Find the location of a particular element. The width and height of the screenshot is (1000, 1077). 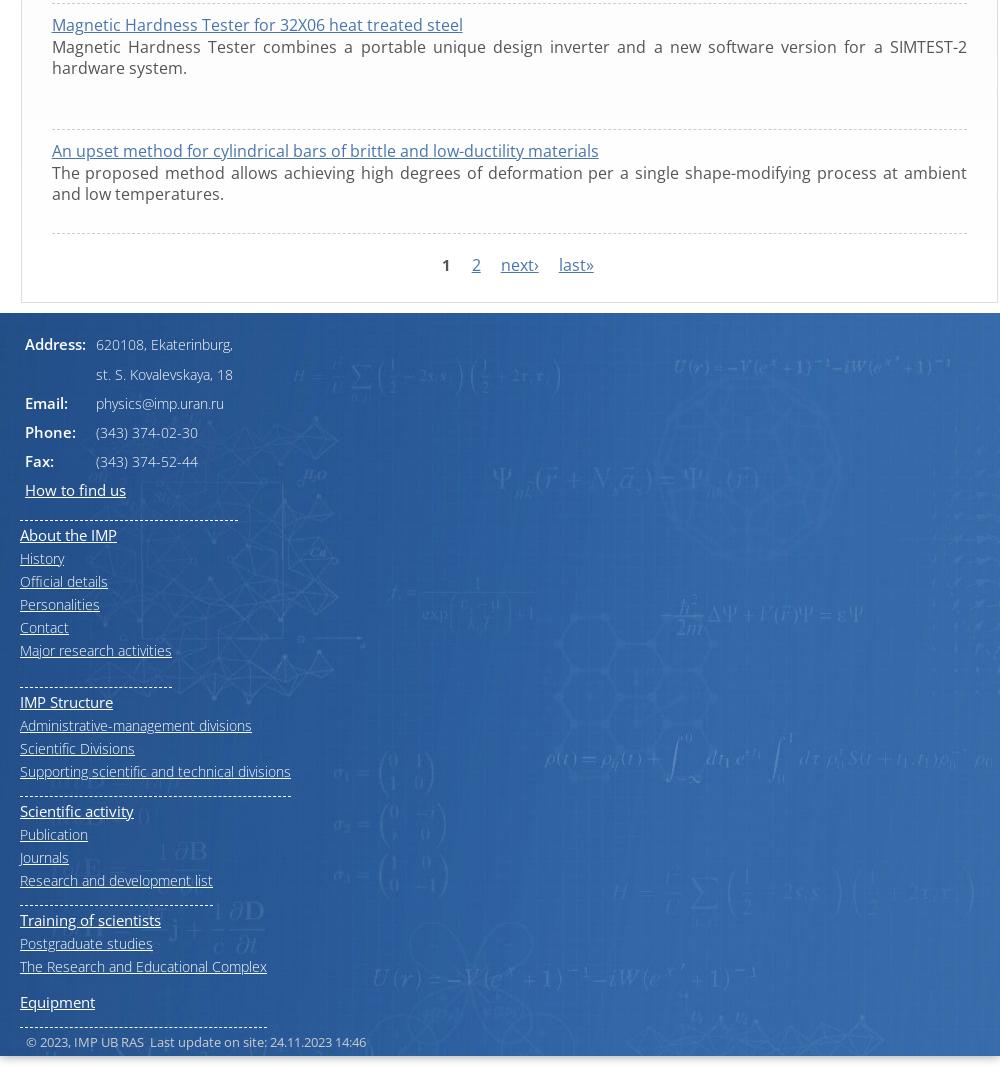

'An upset method for cylindrical bars of brittle and low-ductility materials' is located at coordinates (323, 150).